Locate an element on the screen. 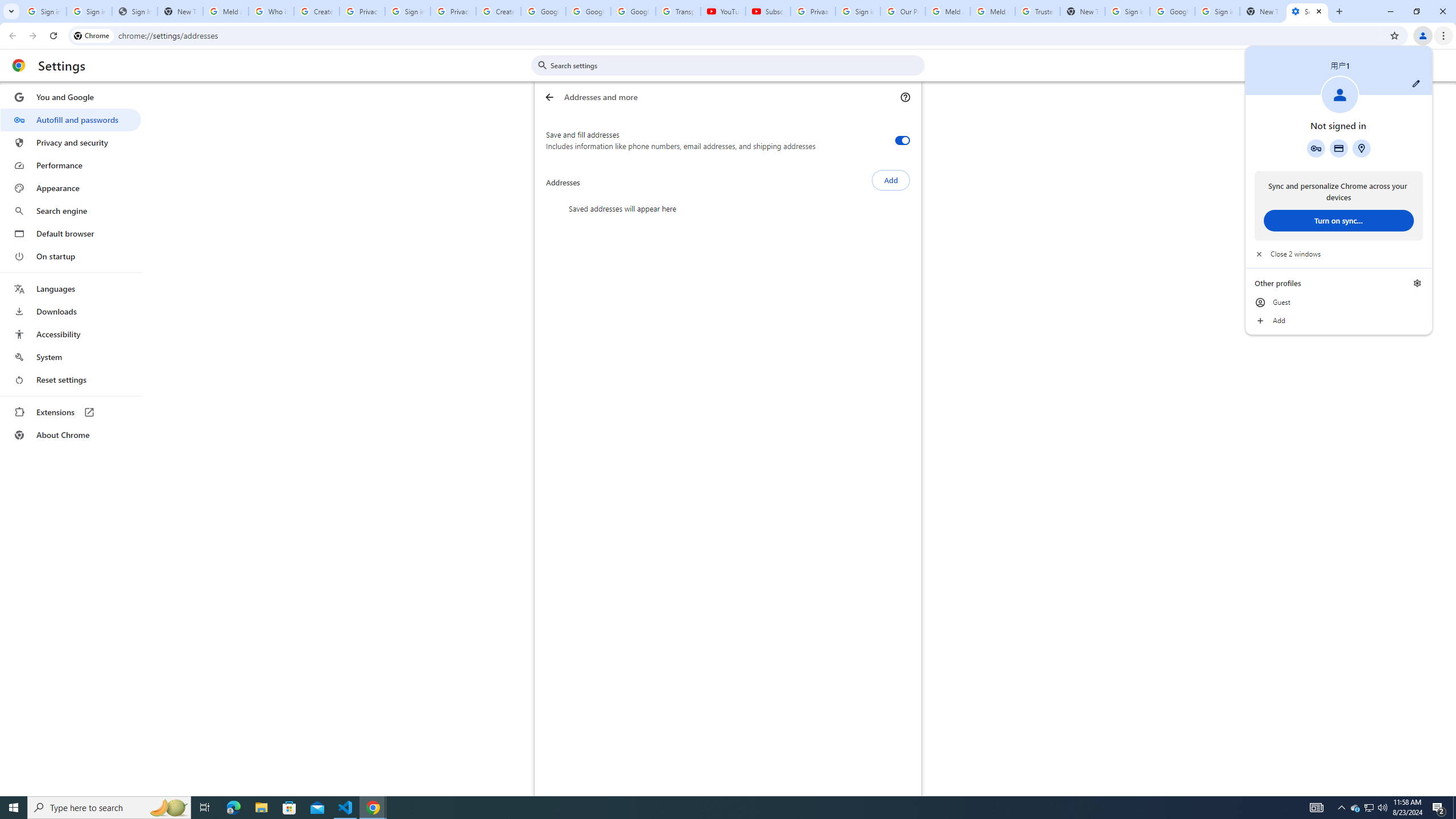 The width and height of the screenshot is (1456, 819). 'Task View' is located at coordinates (204, 806).